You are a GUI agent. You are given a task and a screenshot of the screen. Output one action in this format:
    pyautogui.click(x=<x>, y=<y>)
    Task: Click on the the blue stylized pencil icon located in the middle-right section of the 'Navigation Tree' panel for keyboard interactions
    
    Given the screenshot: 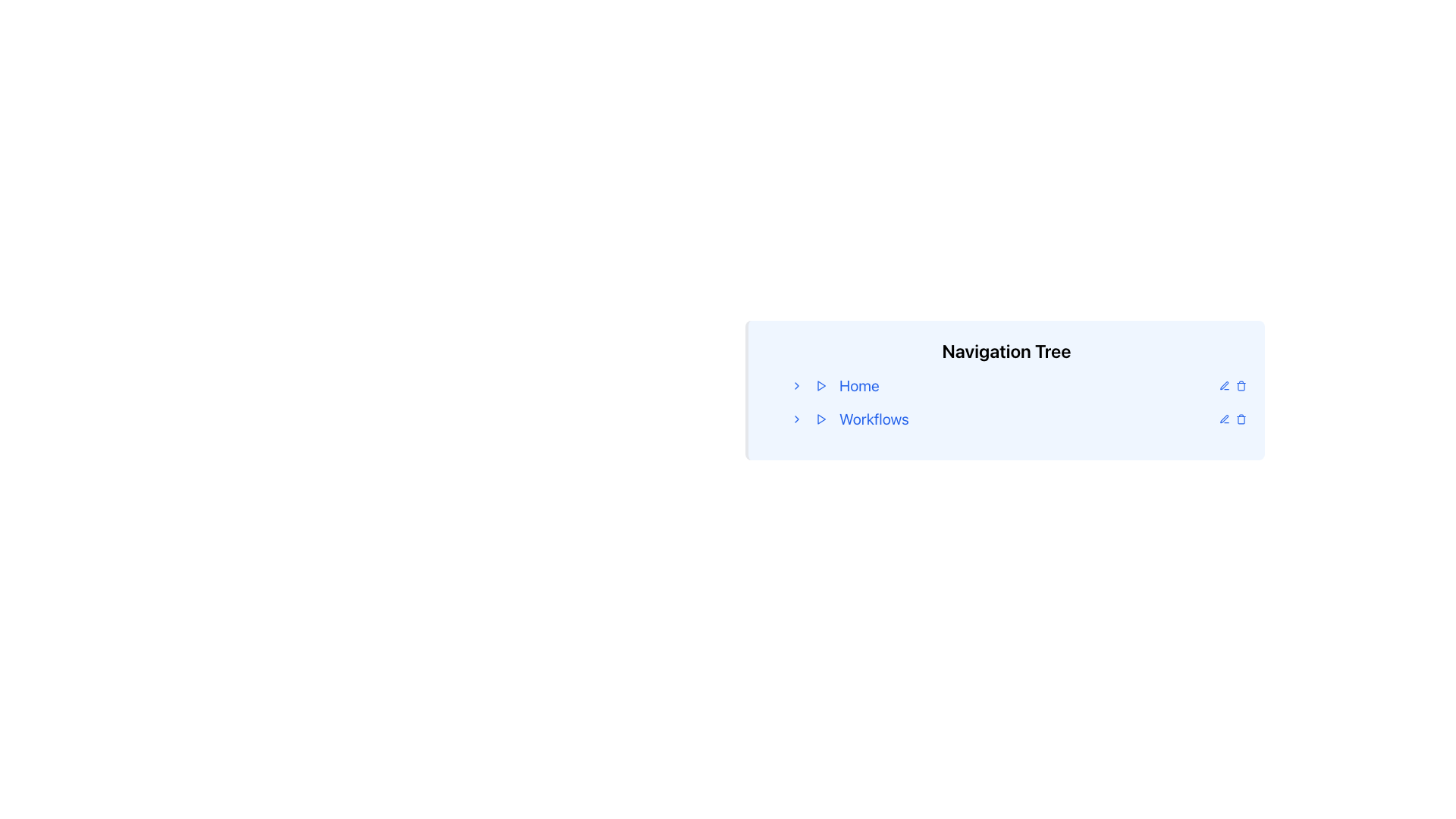 What is the action you would take?
    pyautogui.click(x=1224, y=385)
    